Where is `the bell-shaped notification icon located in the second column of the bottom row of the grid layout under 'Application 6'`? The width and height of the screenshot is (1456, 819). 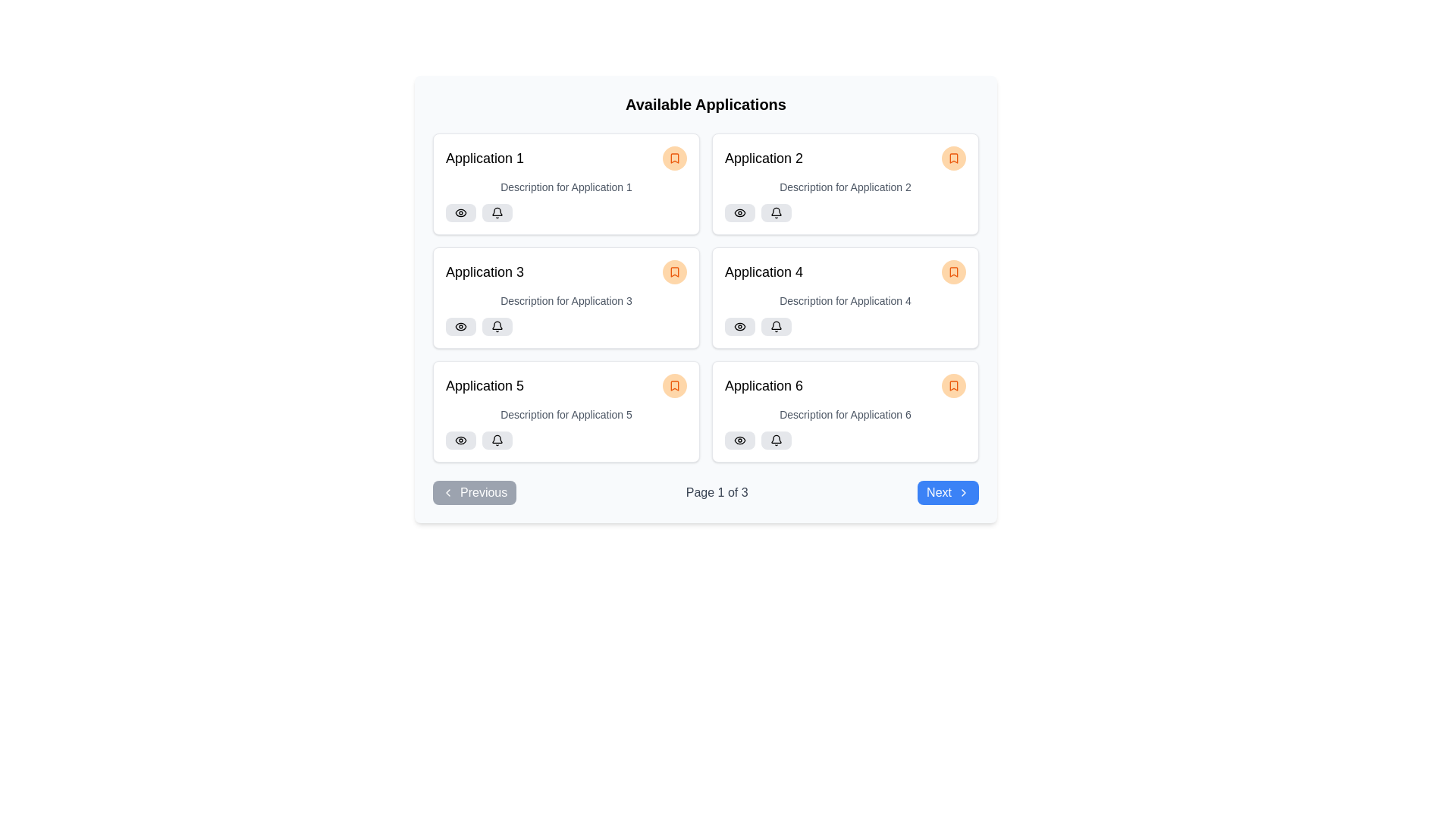 the bell-shaped notification icon located in the second column of the bottom row of the grid layout under 'Application 6' is located at coordinates (776, 441).